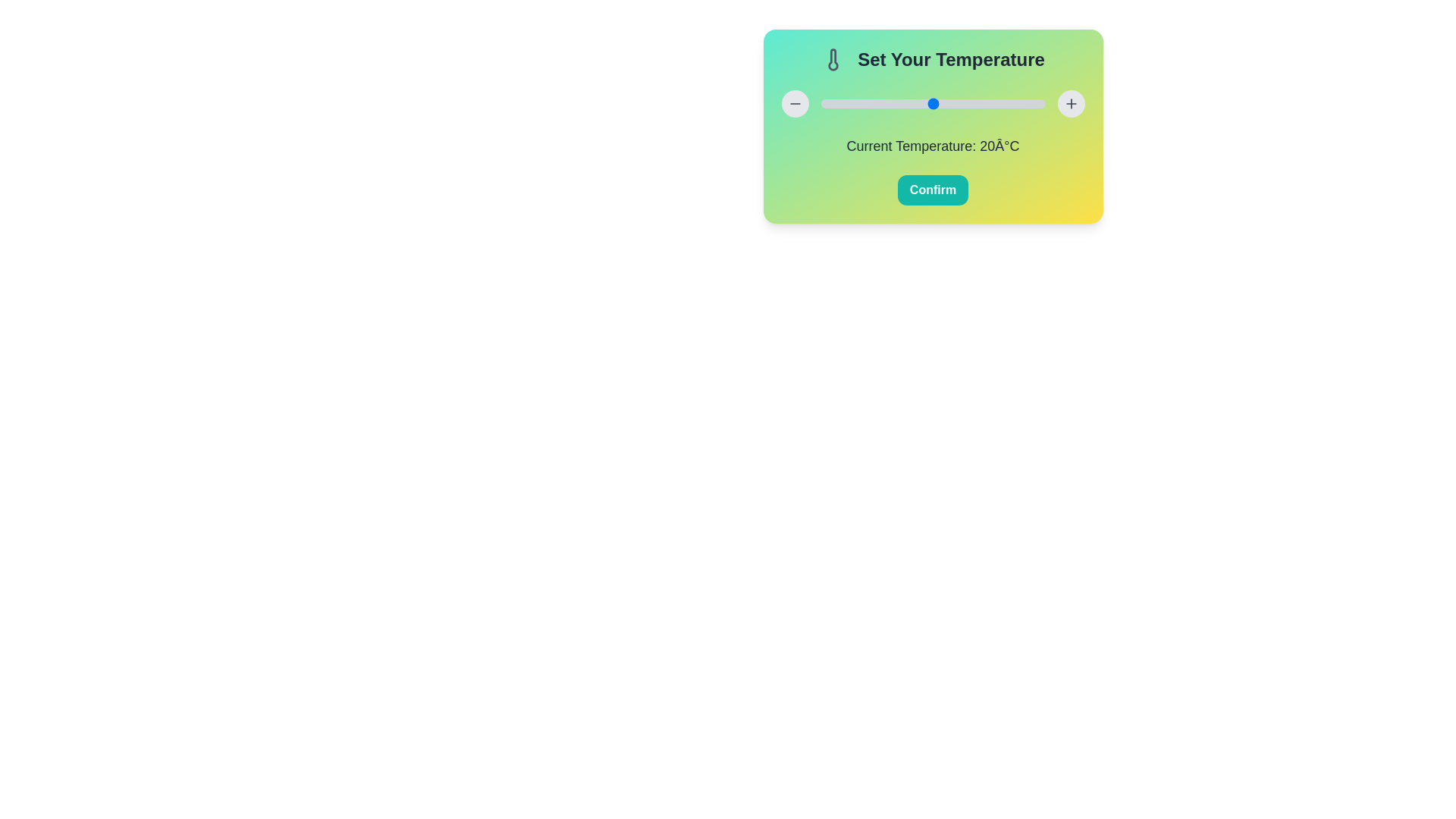 This screenshot has height=819, width=1456. What do you see at coordinates (984, 103) in the screenshot?
I see `the temperature slider to set the temperature to 29°C` at bounding box center [984, 103].